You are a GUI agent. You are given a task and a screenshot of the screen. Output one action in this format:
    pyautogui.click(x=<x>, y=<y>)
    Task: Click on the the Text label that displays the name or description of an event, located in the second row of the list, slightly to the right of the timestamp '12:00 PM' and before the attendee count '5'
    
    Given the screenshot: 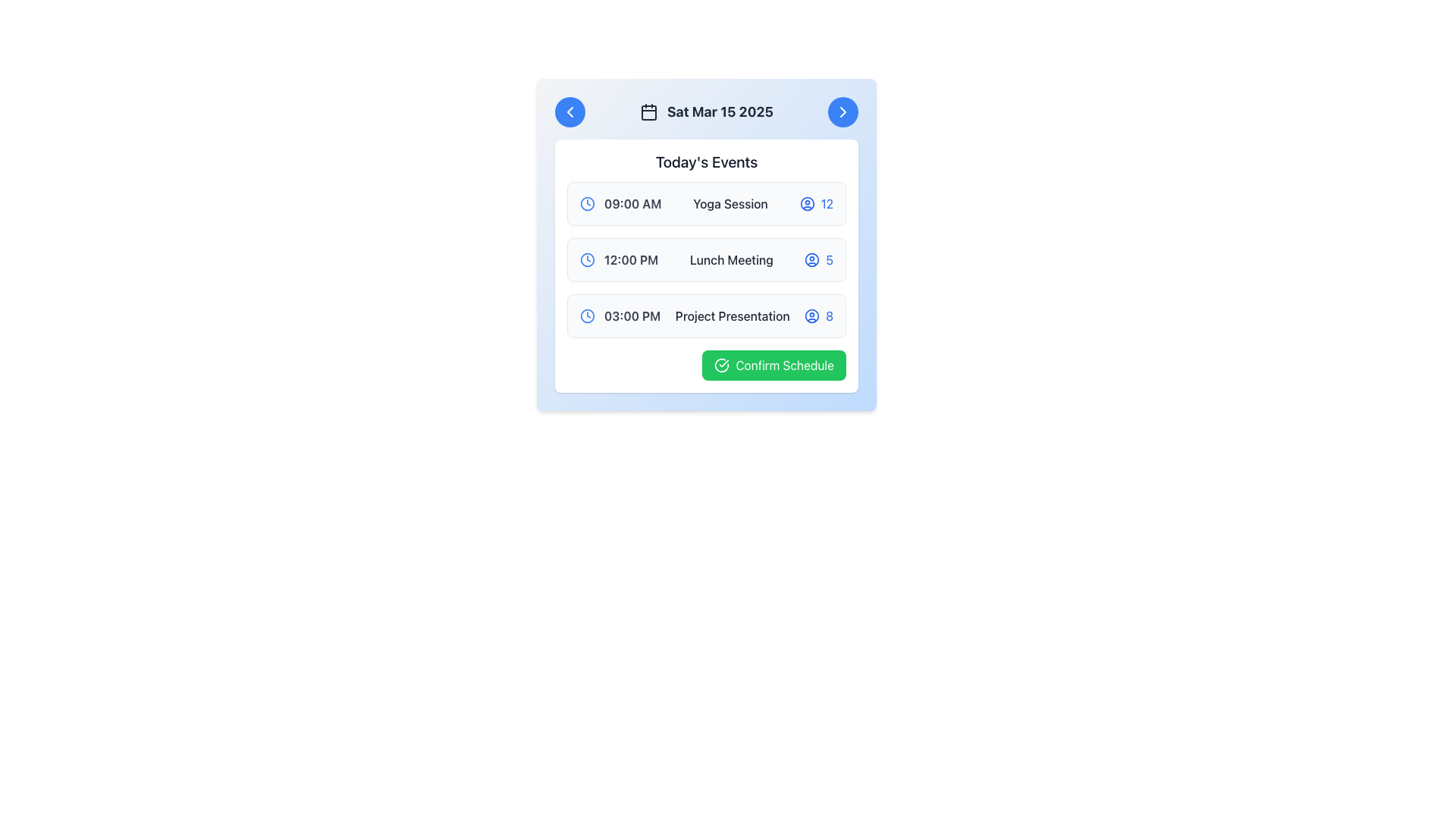 What is the action you would take?
    pyautogui.click(x=731, y=259)
    